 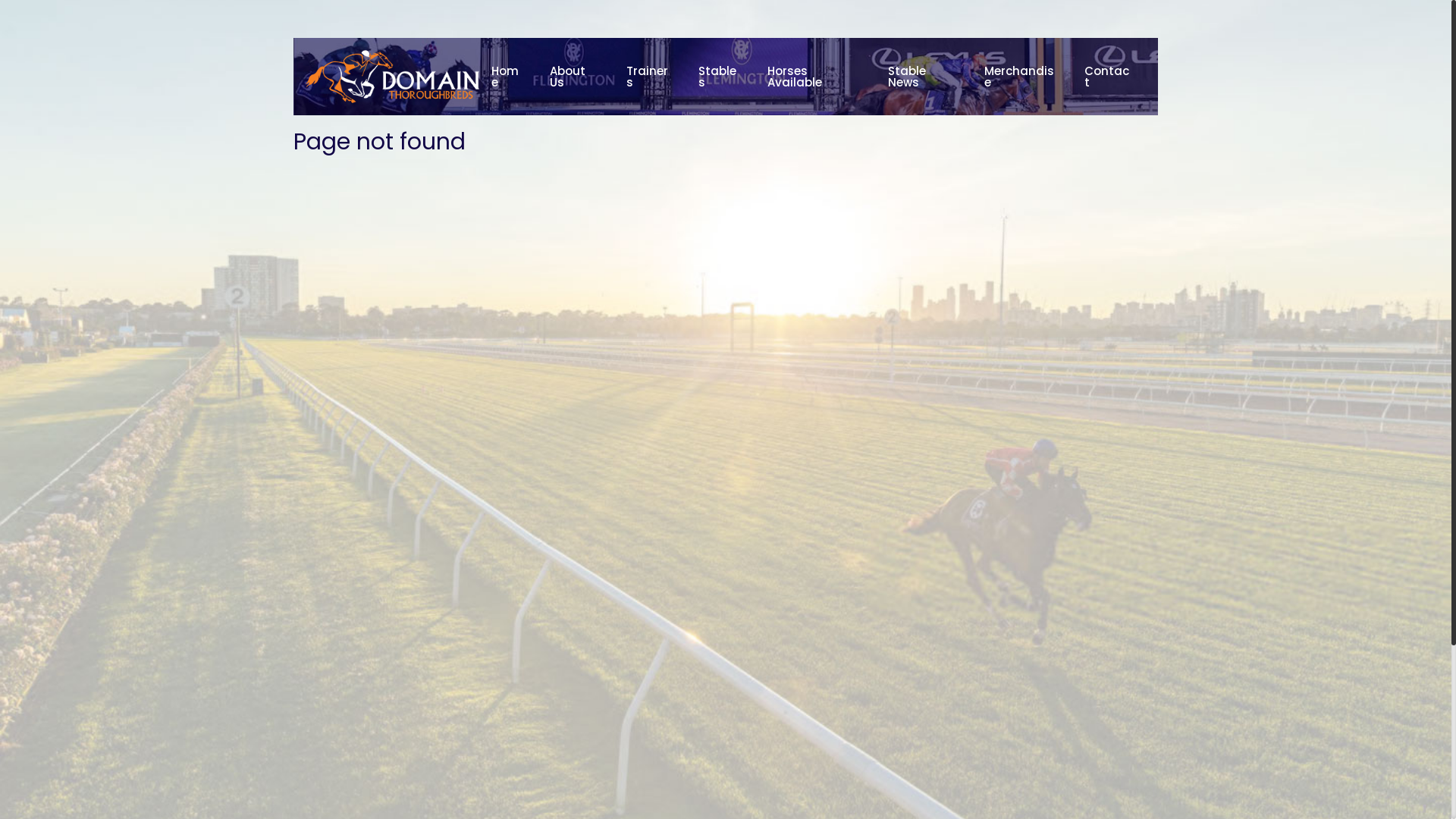 I want to click on 'Stables', so click(x=720, y=76).